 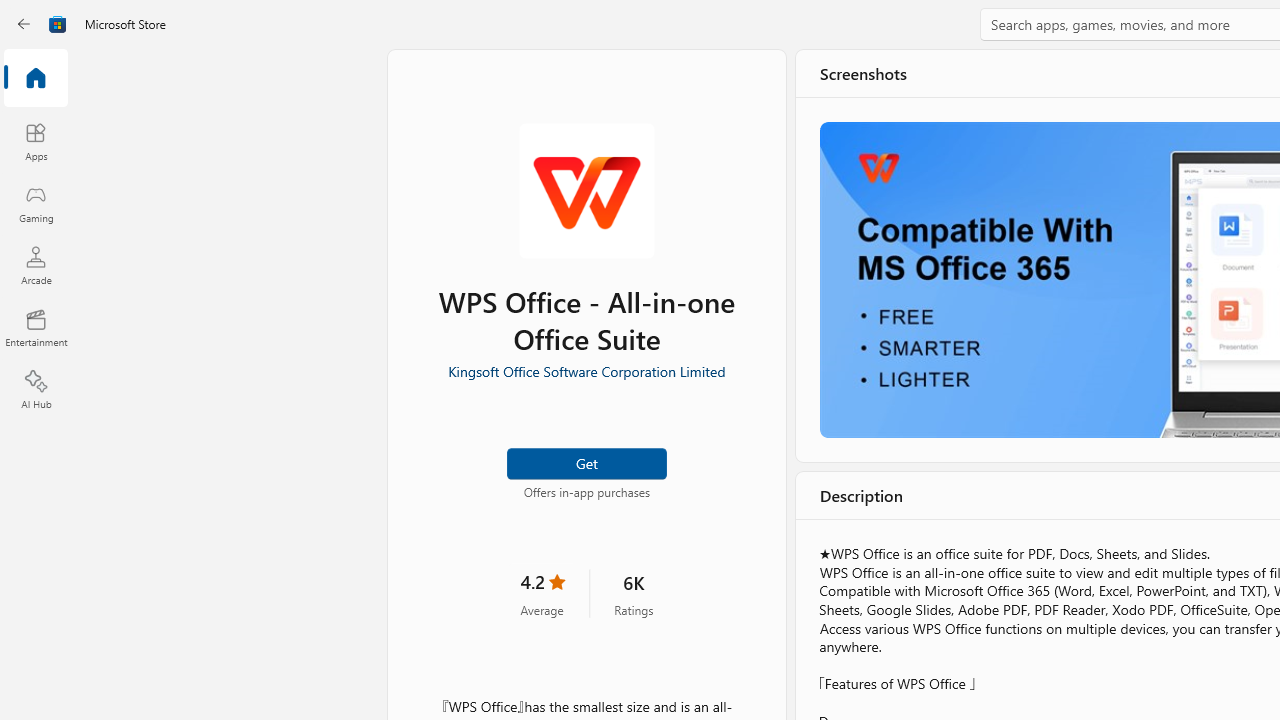 I want to click on 'Gaming', so click(x=35, y=203).